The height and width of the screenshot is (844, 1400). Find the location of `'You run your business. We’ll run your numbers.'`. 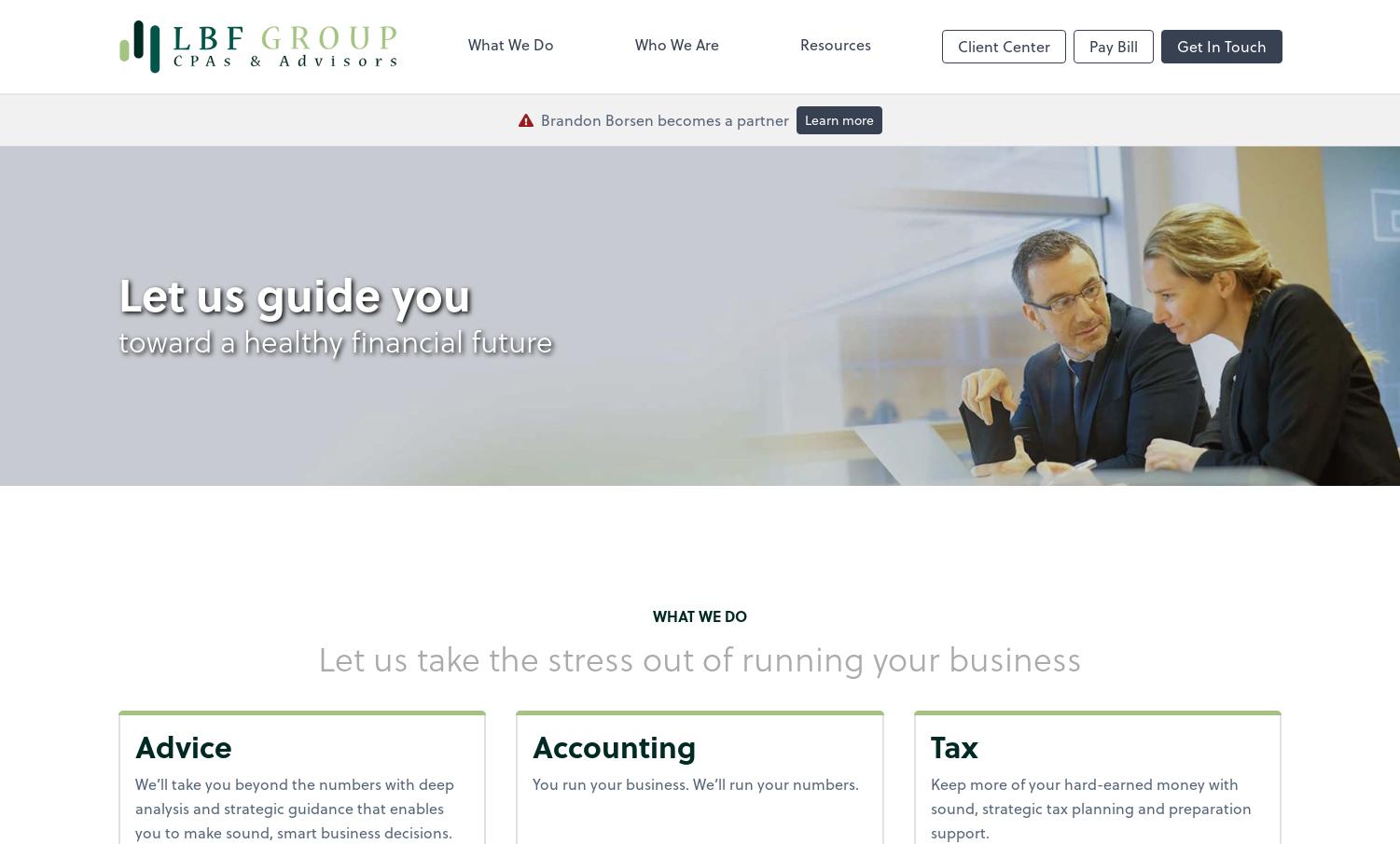

'You run your business. We’ll run your numbers.' is located at coordinates (695, 782).